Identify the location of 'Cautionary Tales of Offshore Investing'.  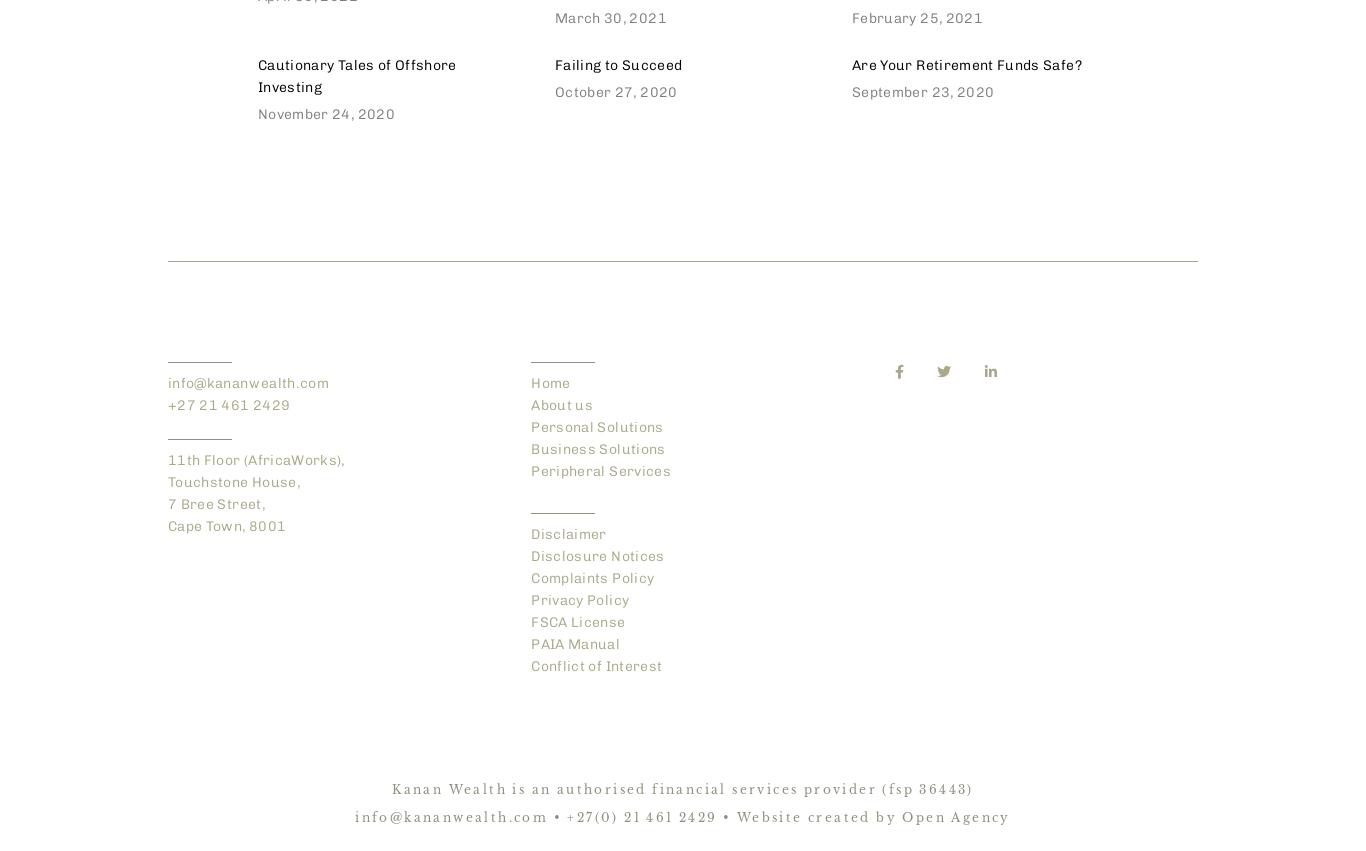
(355, 76).